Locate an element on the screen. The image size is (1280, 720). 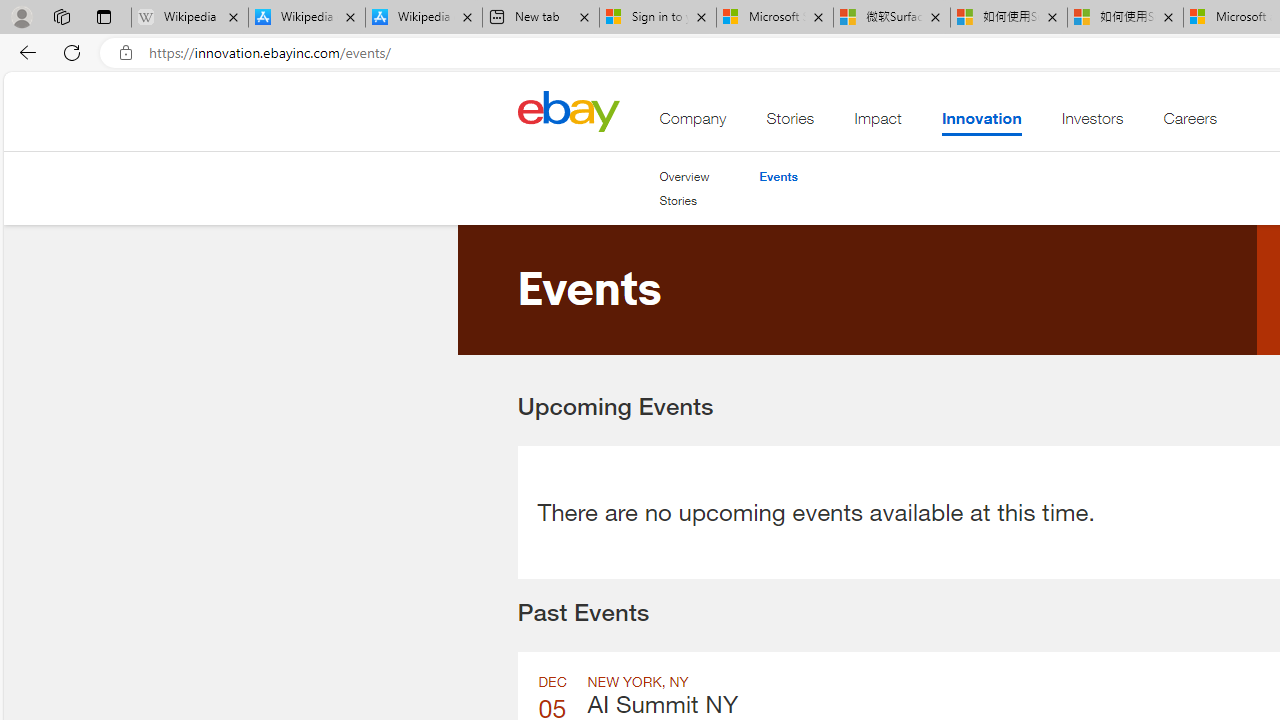
'Events' is located at coordinates (777, 176).